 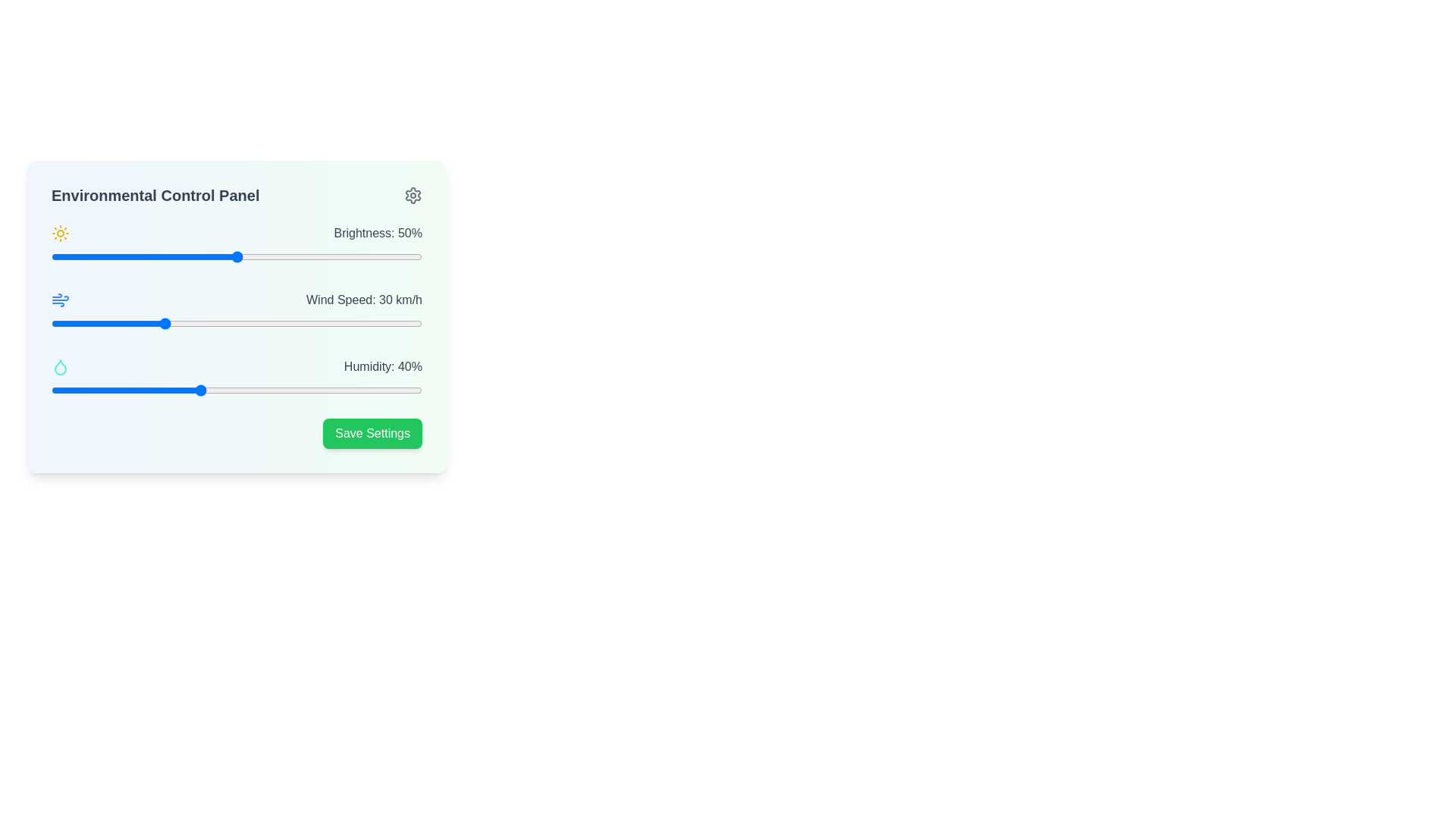 I want to click on brightness, so click(x=133, y=256).